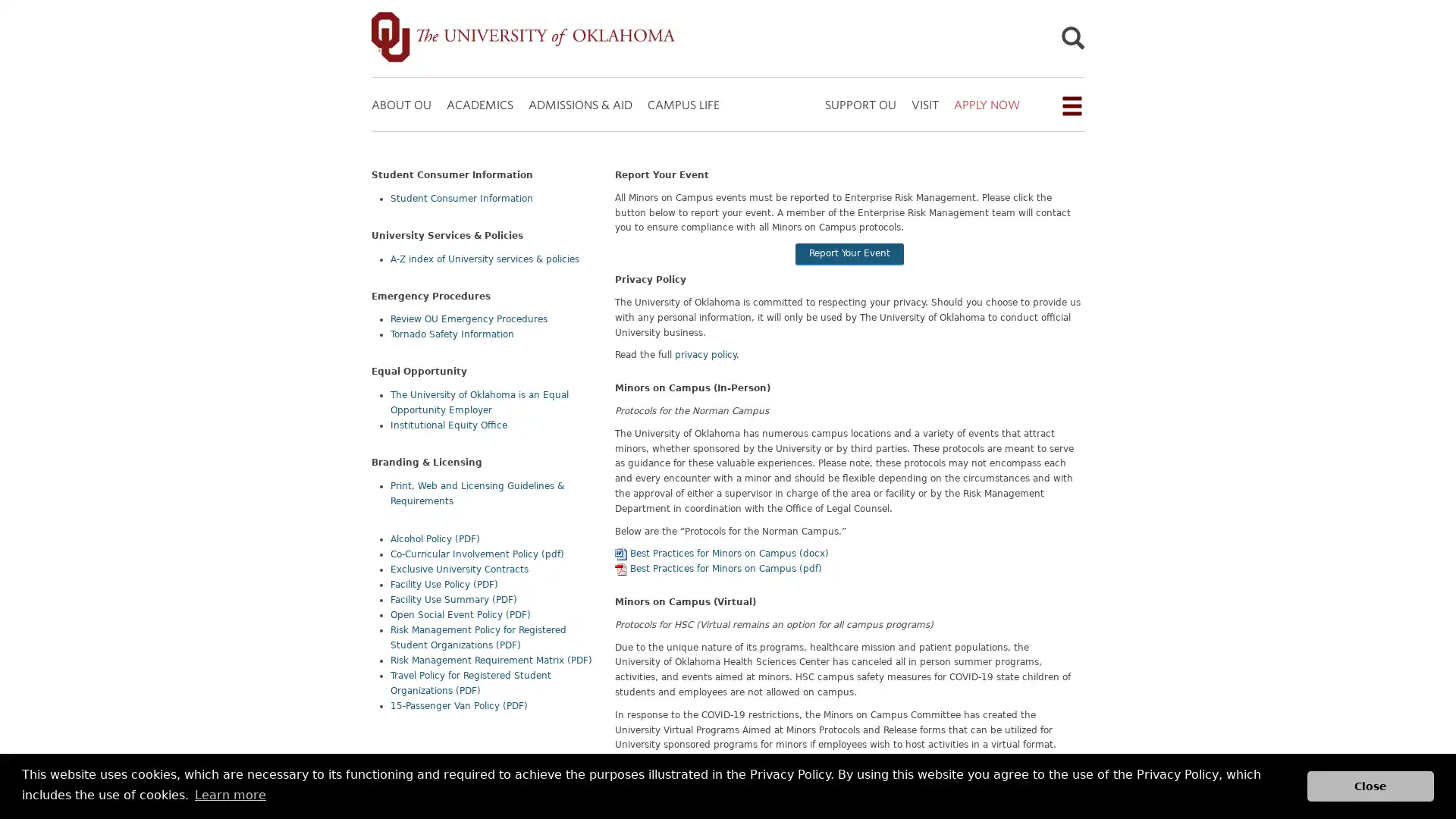 The width and height of the screenshot is (1456, 819). I want to click on Open the navigation menu for additional navigation options, so click(1070, 105).